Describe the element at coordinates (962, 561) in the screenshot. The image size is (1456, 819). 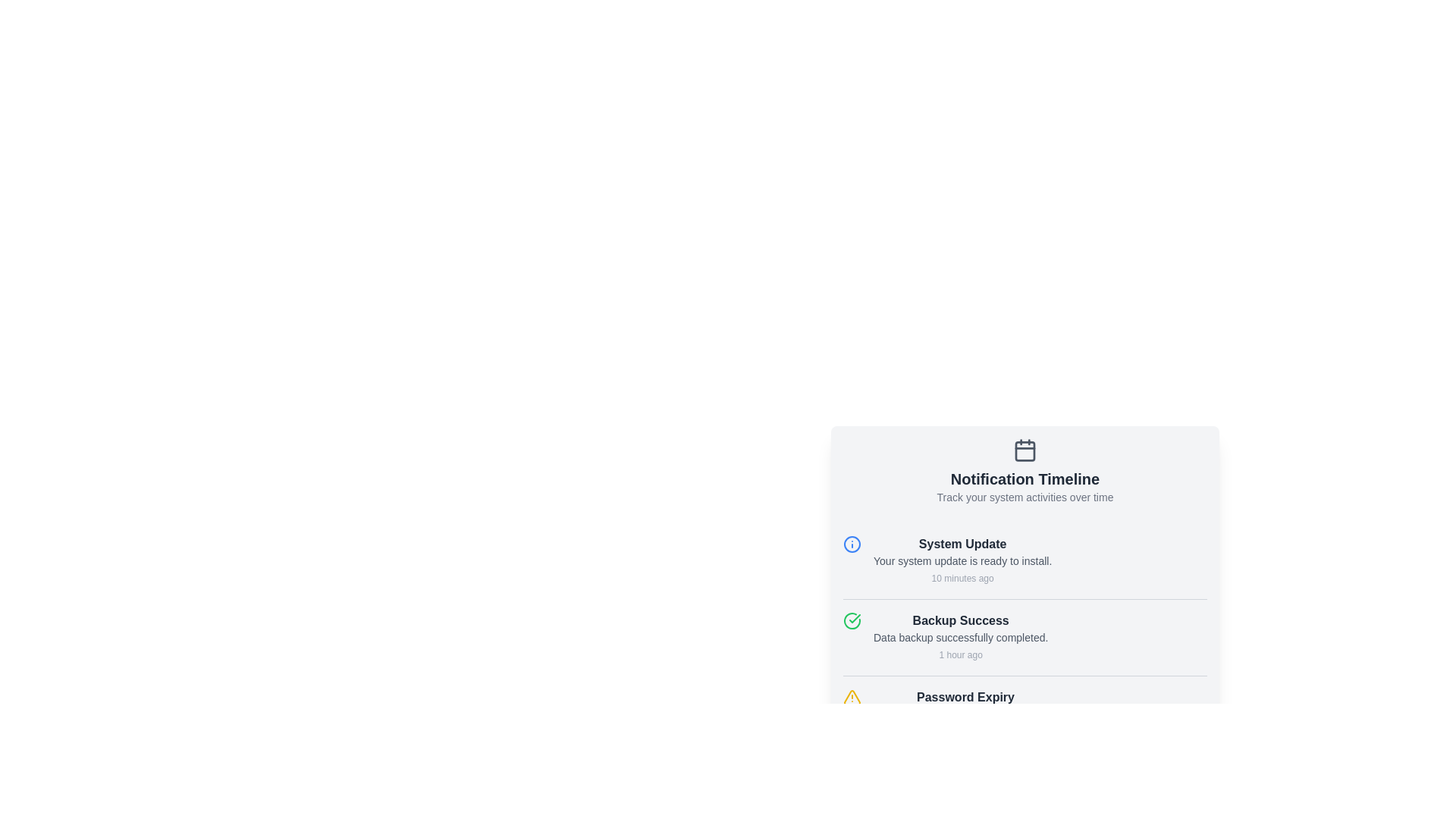
I see `text displayed in the text label that says 'Your system update is ready to install.' located within the notification card under 'Notification Timeline'` at that location.